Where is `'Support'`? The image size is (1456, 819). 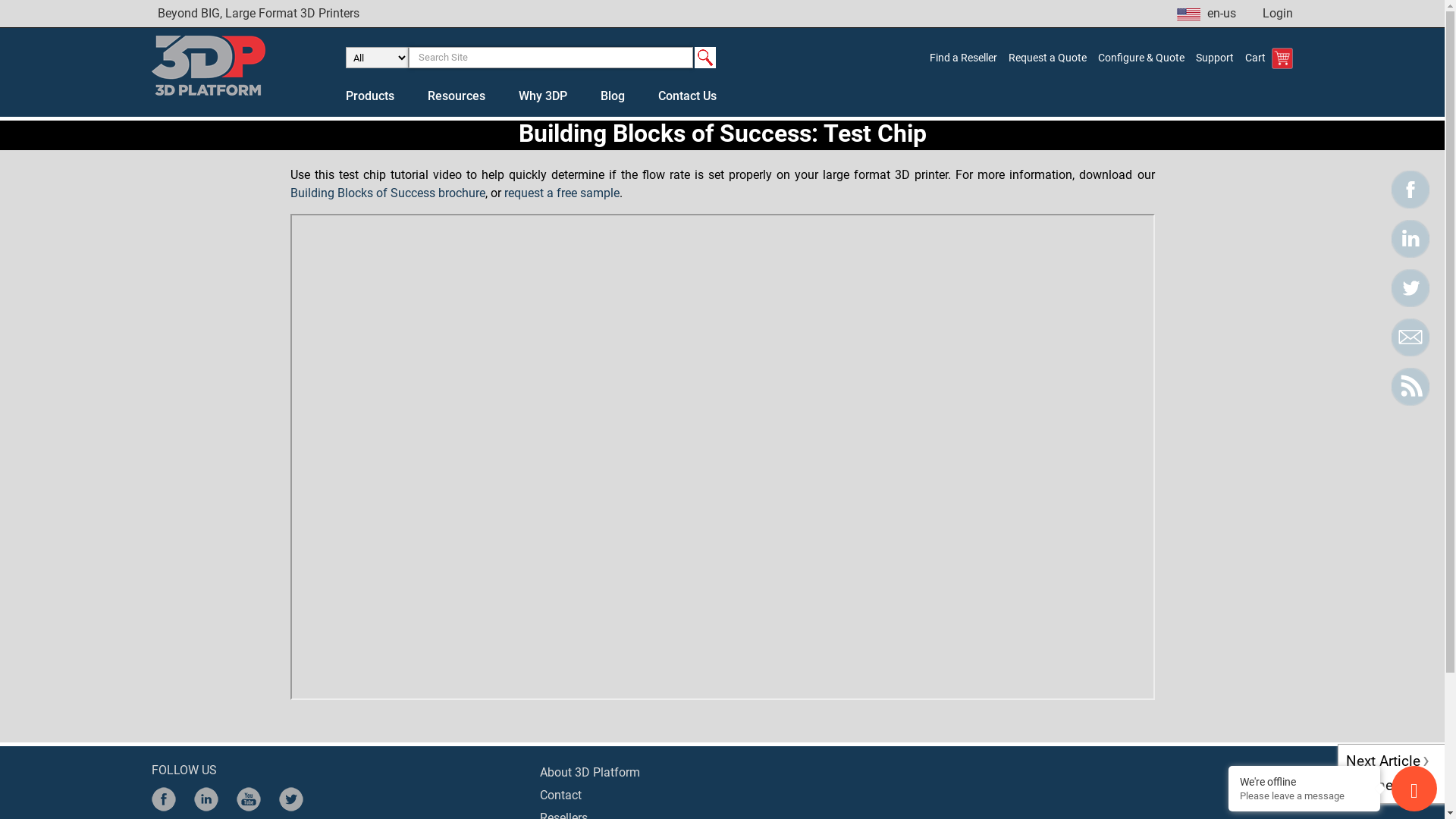 'Support' is located at coordinates (1215, 57).